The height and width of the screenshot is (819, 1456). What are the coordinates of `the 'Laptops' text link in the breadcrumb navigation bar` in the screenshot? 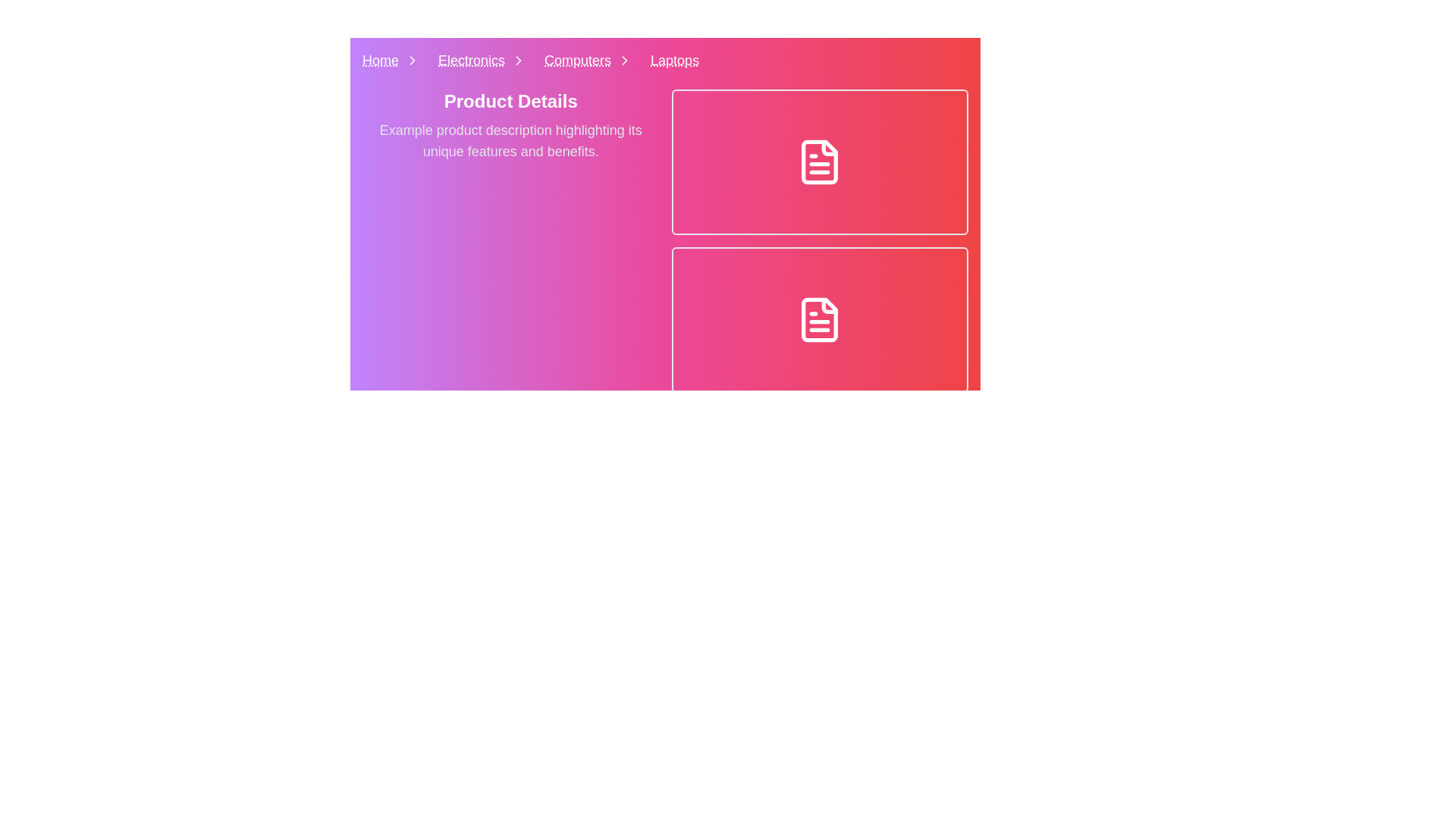 It's located at (674, 60).